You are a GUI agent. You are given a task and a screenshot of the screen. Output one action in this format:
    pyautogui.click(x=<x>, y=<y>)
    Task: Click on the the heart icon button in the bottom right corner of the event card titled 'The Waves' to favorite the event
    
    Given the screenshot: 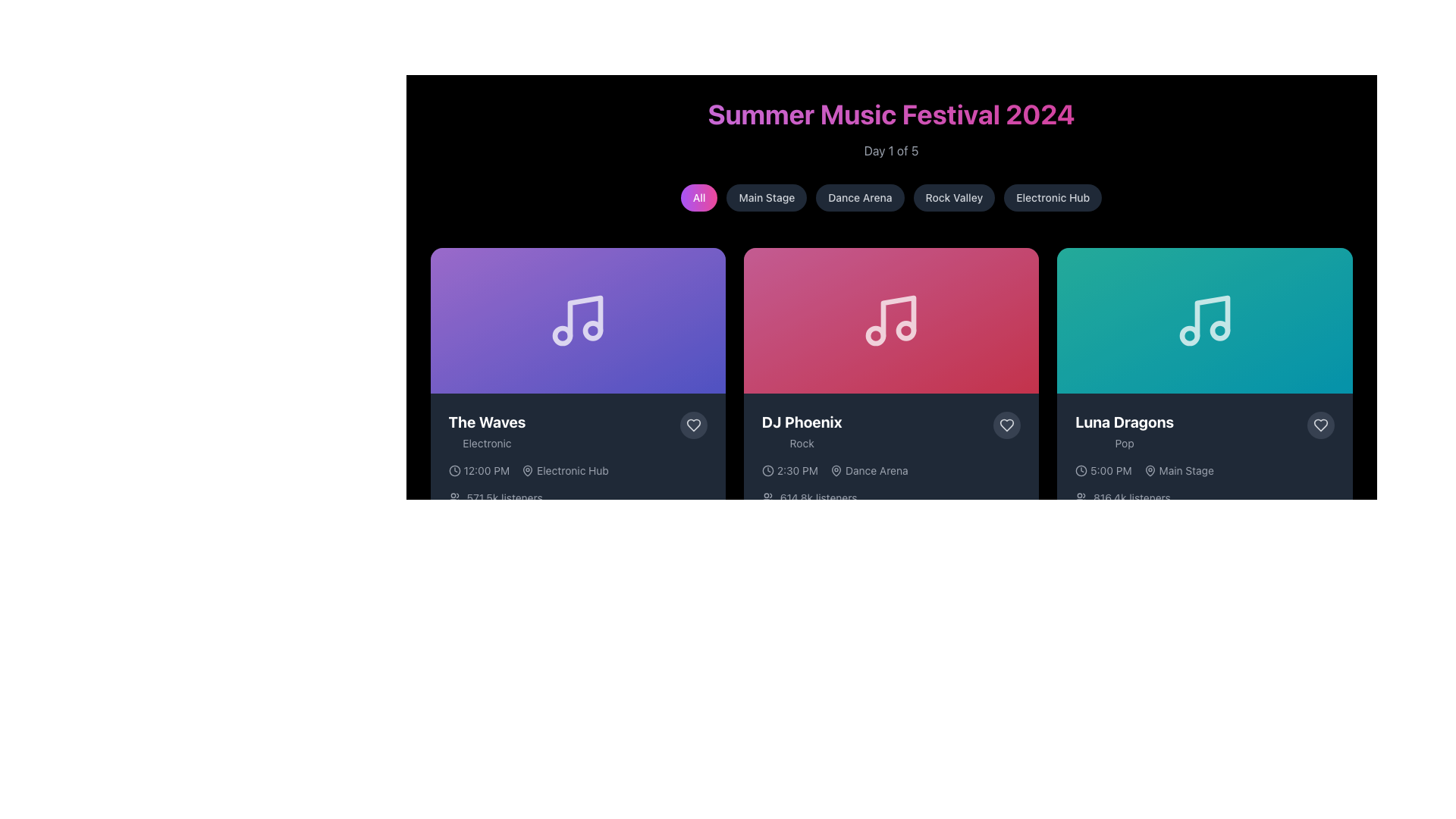 What is the action you would take?
    pyautogui.click(x=692, y=425)
    